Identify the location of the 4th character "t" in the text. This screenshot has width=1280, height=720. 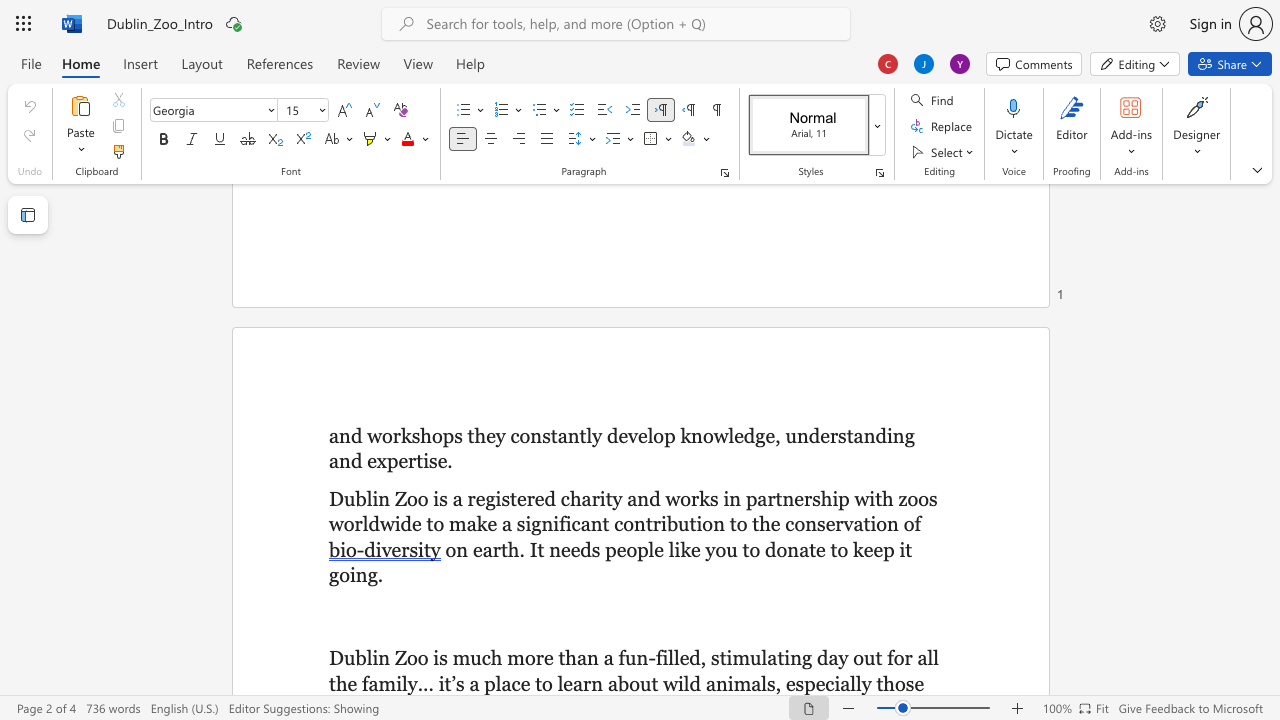
(878, 658).